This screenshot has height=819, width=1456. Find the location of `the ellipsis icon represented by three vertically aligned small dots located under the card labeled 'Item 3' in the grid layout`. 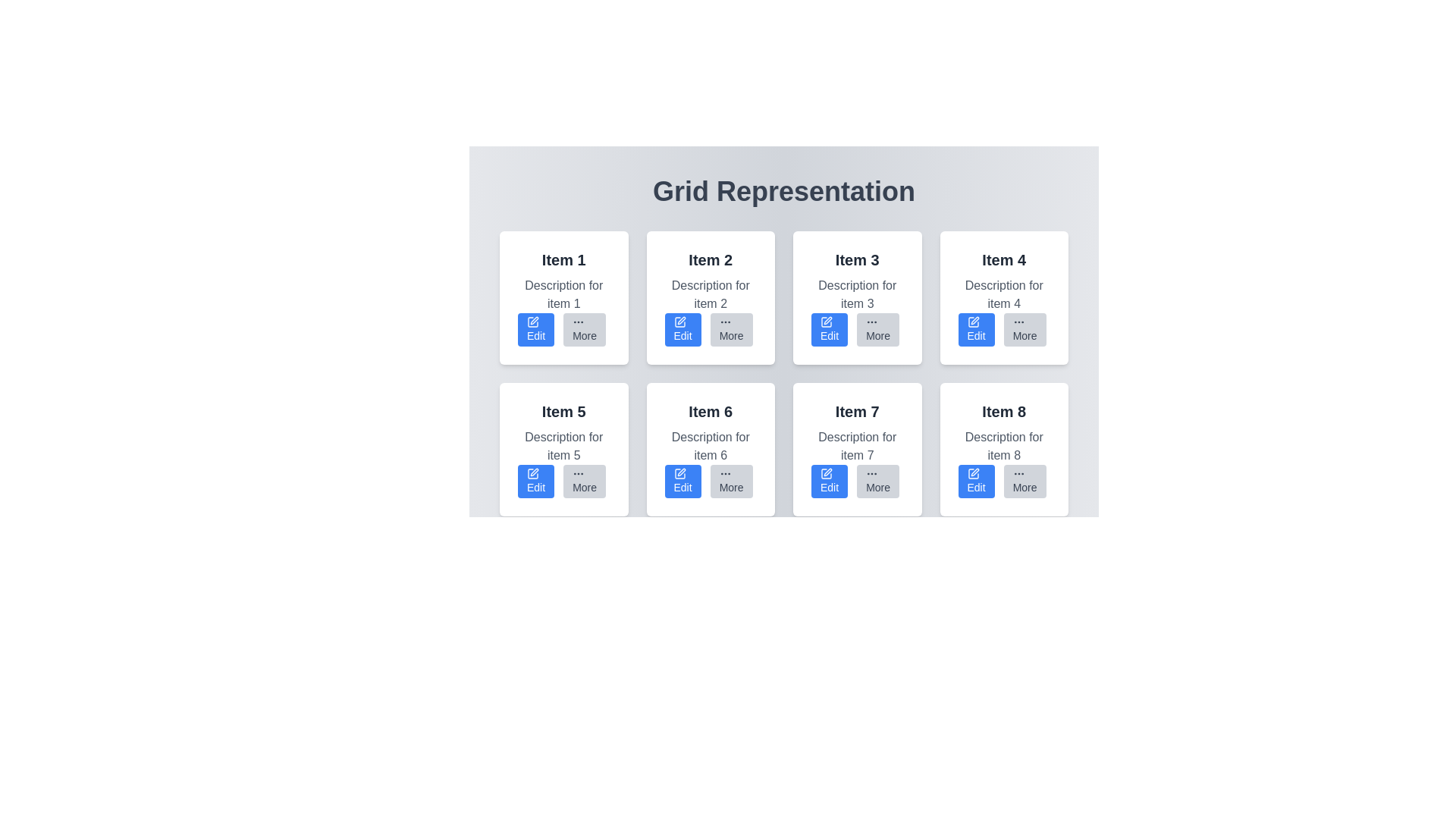

the ellipsis icon represented by three vertically aligned small dots located under the card labeled 'Item 3' in the grid layout is located at coordinates (872, 321).